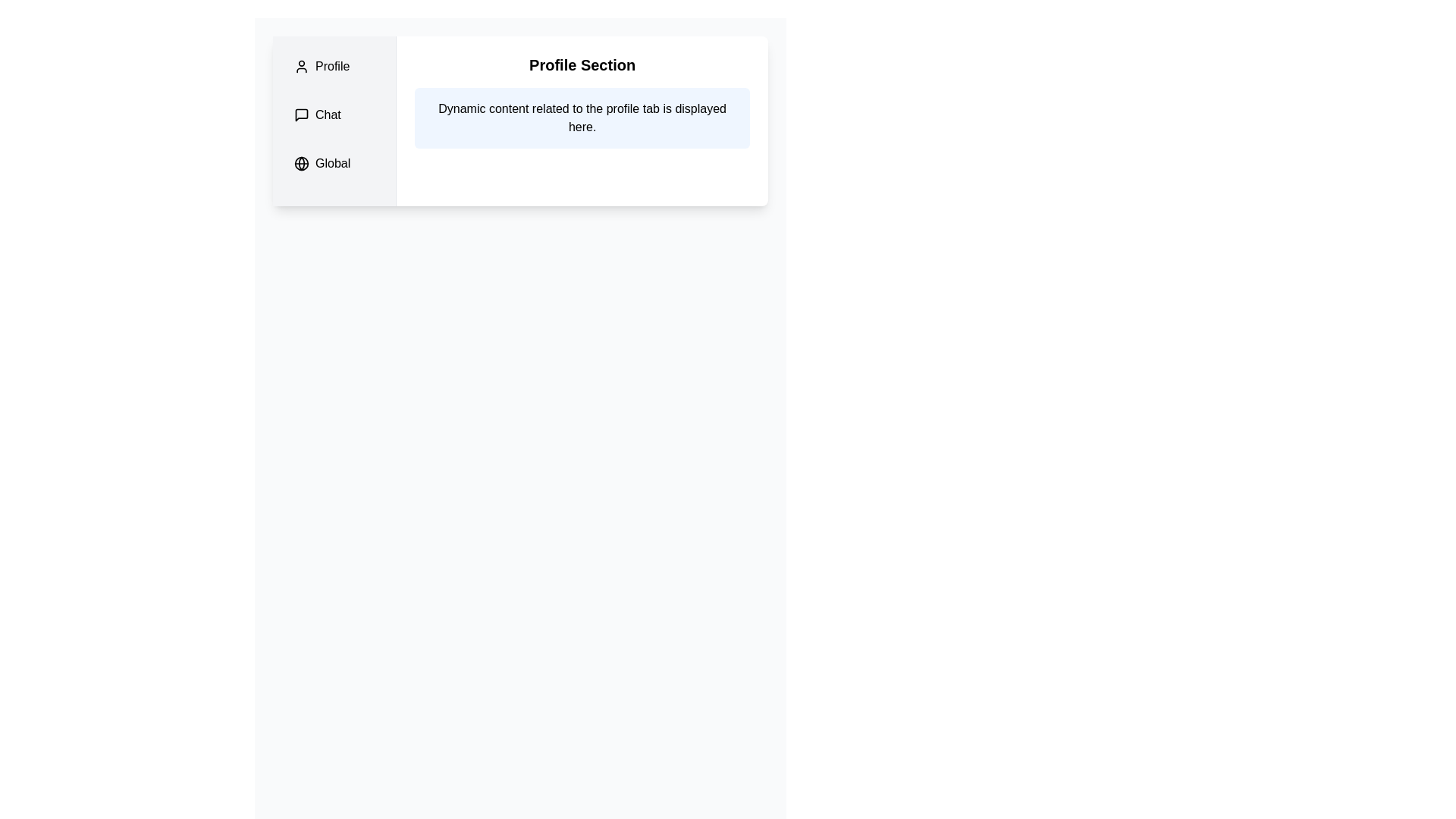 The width and height of the screenshot is (1456, 819). Describe the element at coordinates (302, 66) in the screenshot. I see `the user icon represented as an SVG graphic in the 'Profile' tab of the vertical navigation menu, positioned to the left of the 'Profile' label` at that location.